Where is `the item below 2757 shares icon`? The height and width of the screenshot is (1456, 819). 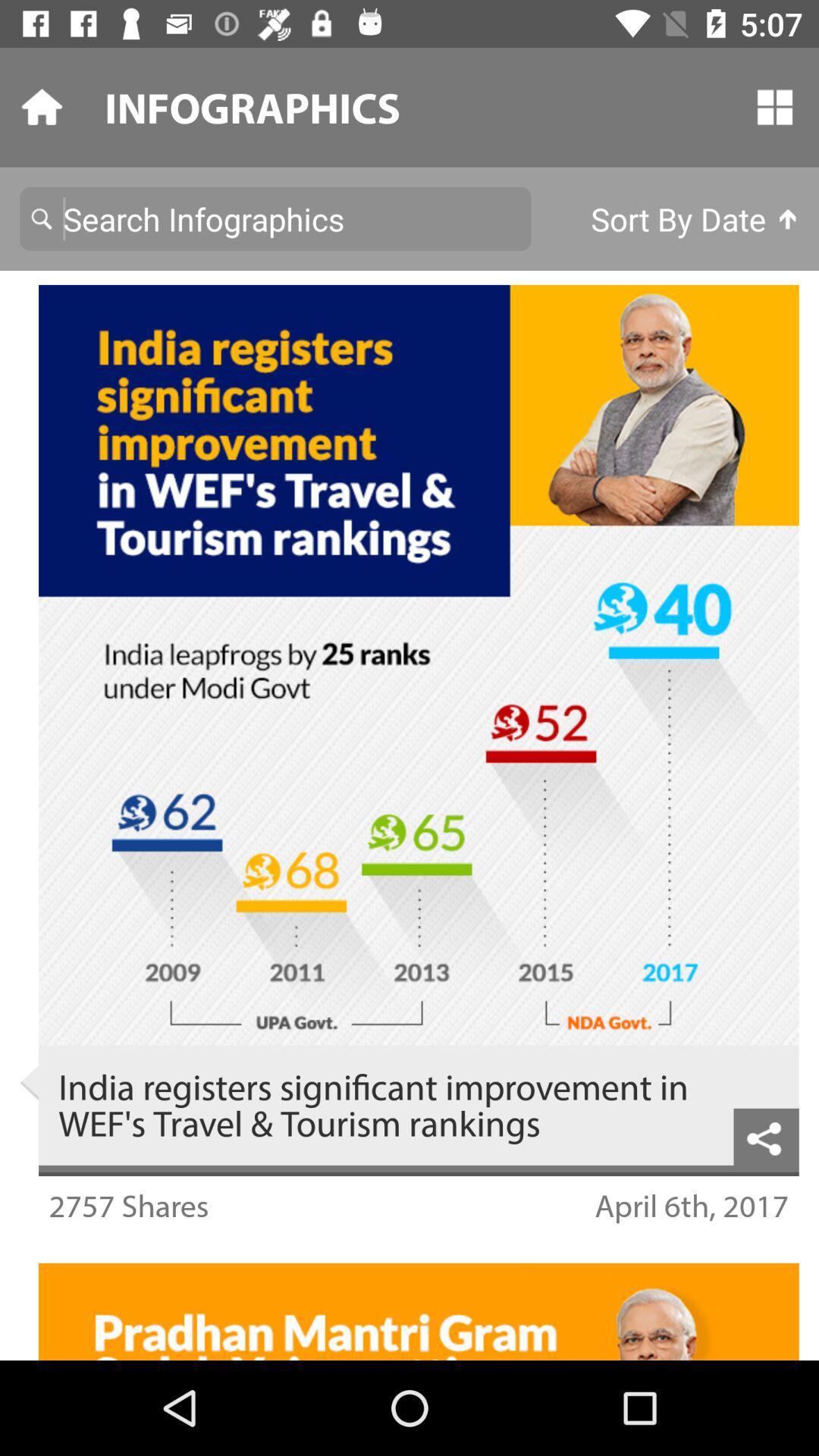 the item below 2757 shares icon is located at coordinates (409, 1242).